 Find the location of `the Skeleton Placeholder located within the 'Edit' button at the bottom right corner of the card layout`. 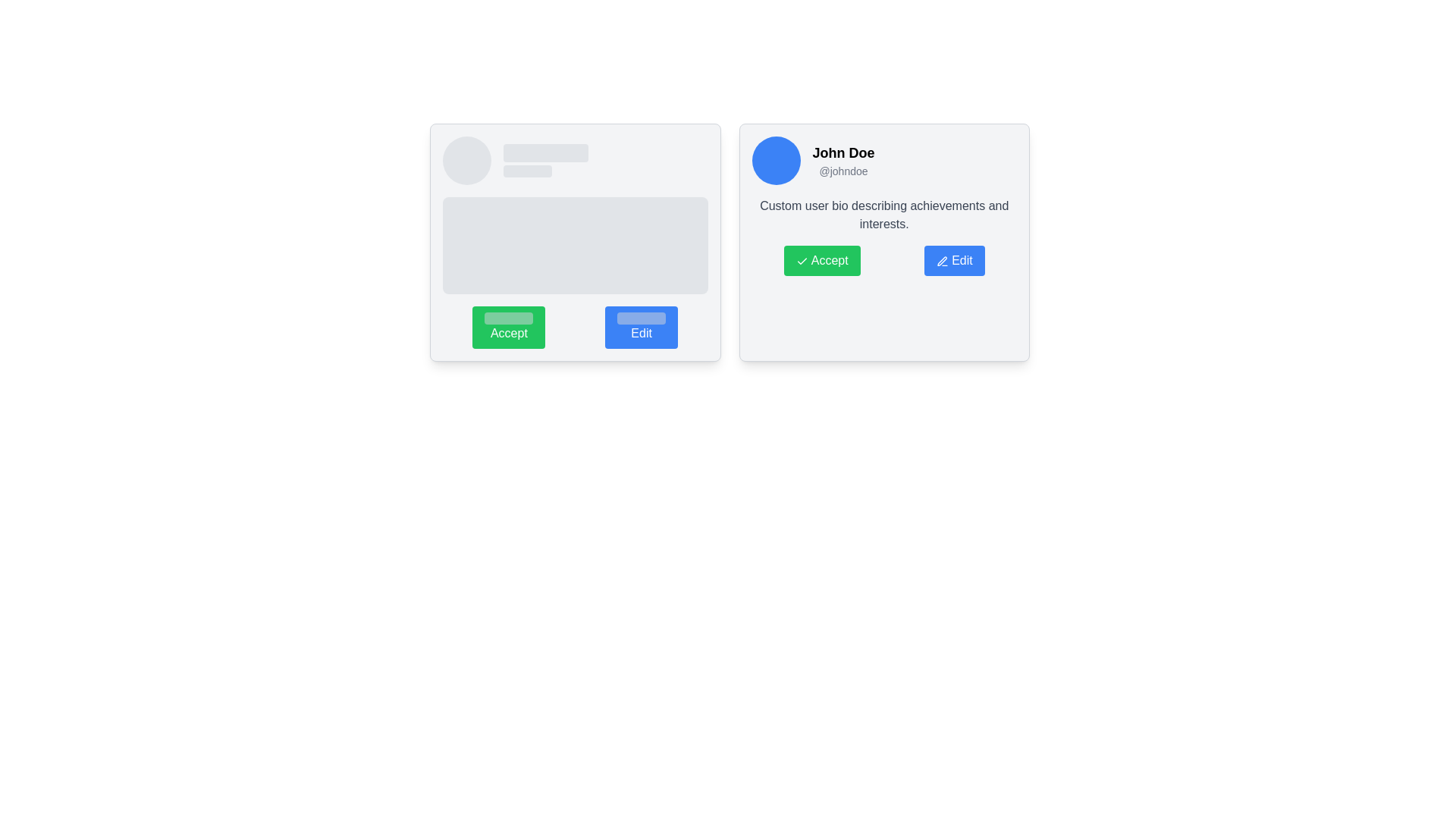

the Skeleton Placeholder located within the 'Edit' button at the bottom right corner of the card layout is located at coordinates (642, 318).